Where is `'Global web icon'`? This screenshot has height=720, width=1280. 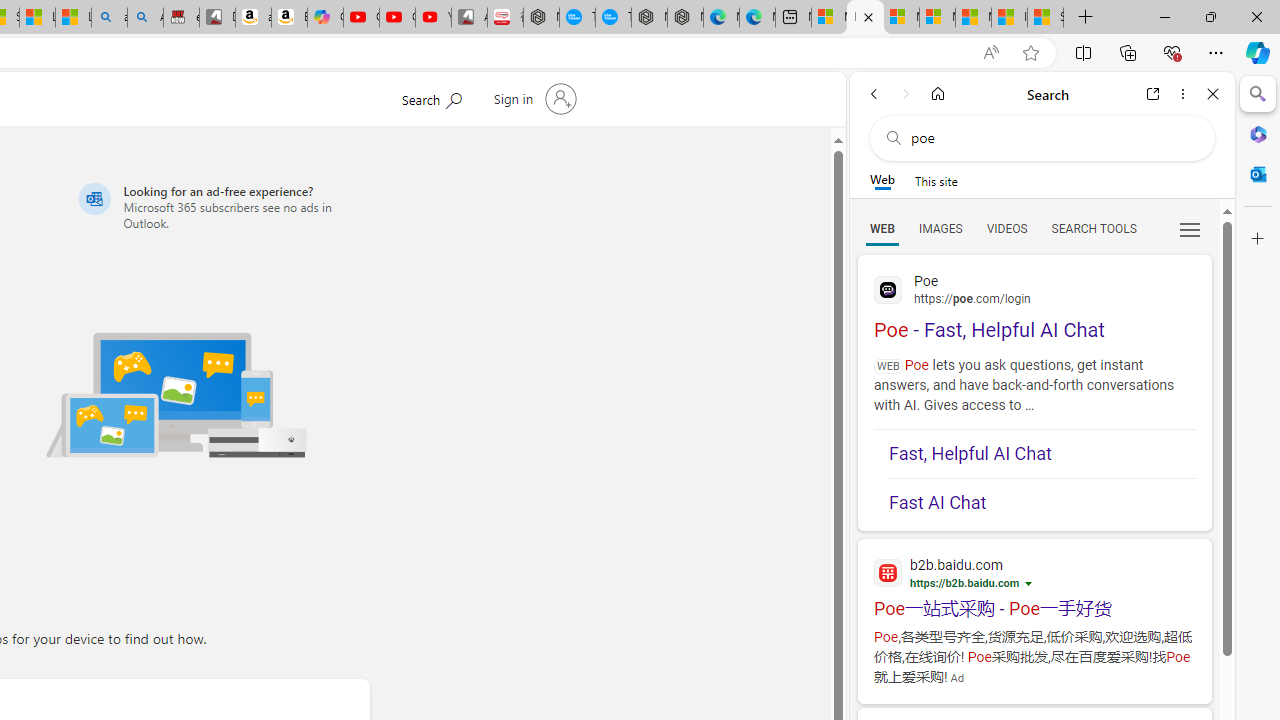
'Global web icon' is located at coordinates (887, 290).